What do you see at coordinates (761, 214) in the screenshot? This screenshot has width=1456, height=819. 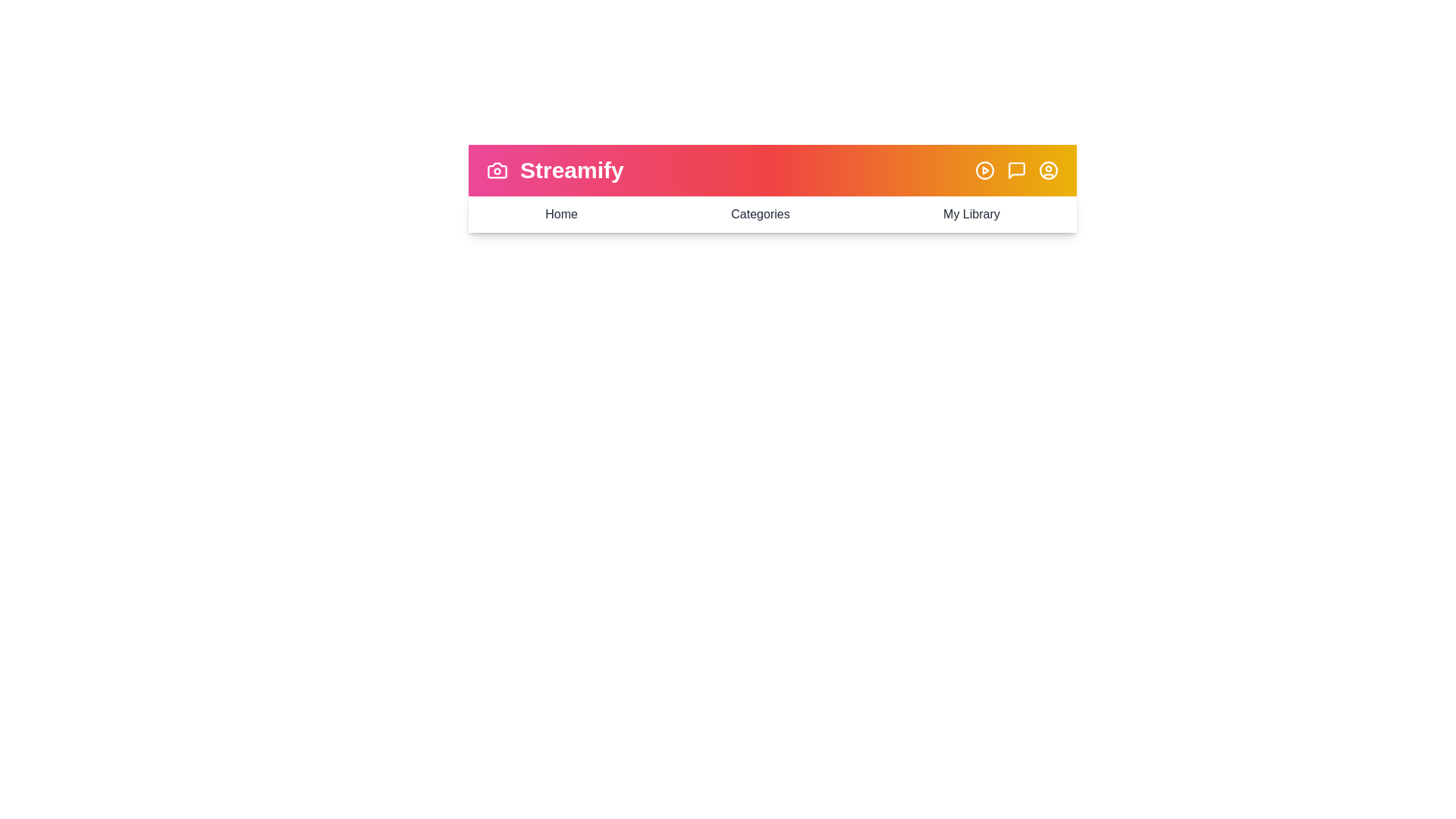 I see `the menu item labeled 'Categories'` at bounding box center [761, 214].